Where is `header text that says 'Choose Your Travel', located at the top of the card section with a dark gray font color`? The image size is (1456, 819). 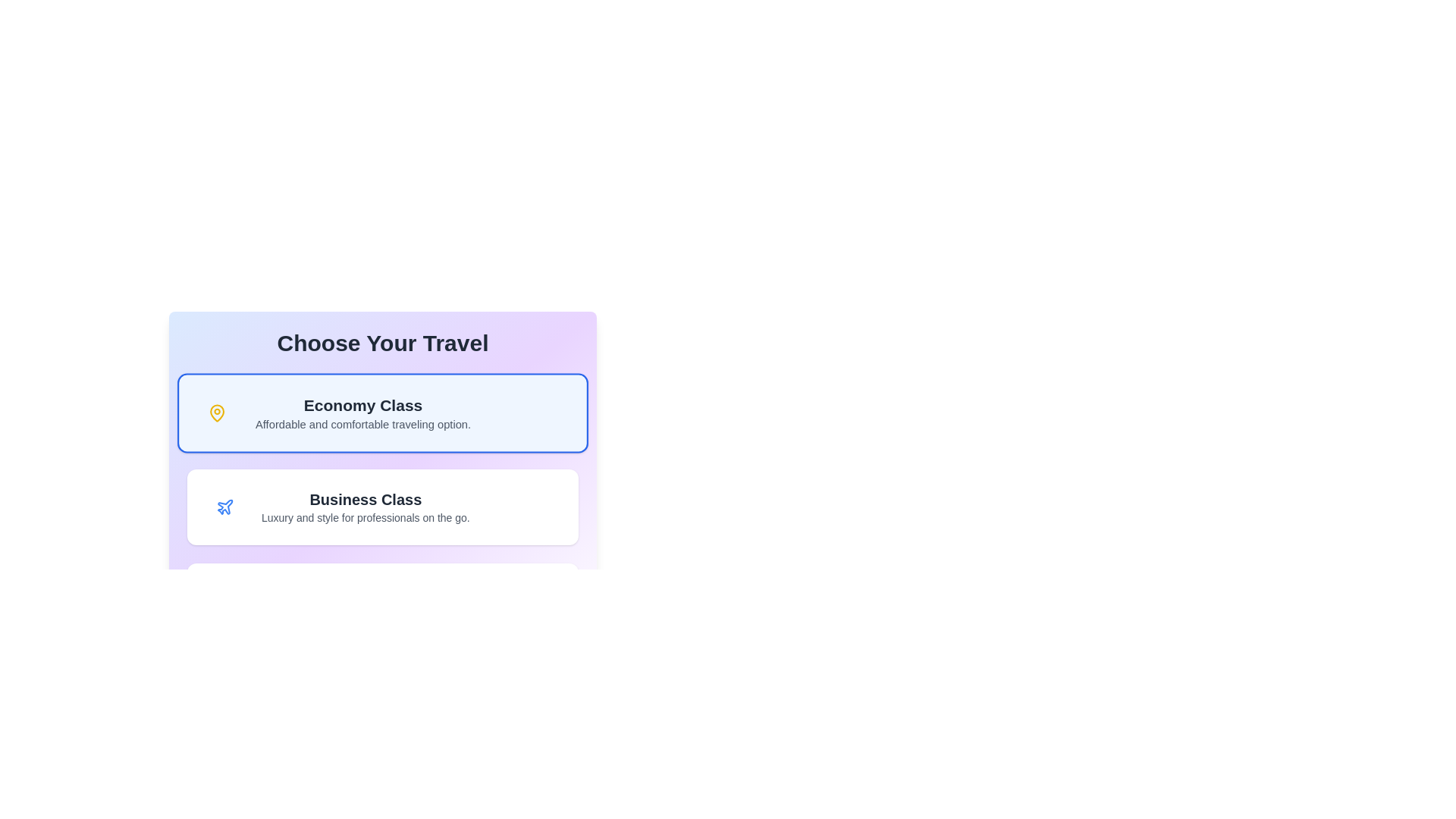
header text that says 'Choose Your Travel', located at the top of the card section with a dark gray font color is located at coordinates (382, 343).